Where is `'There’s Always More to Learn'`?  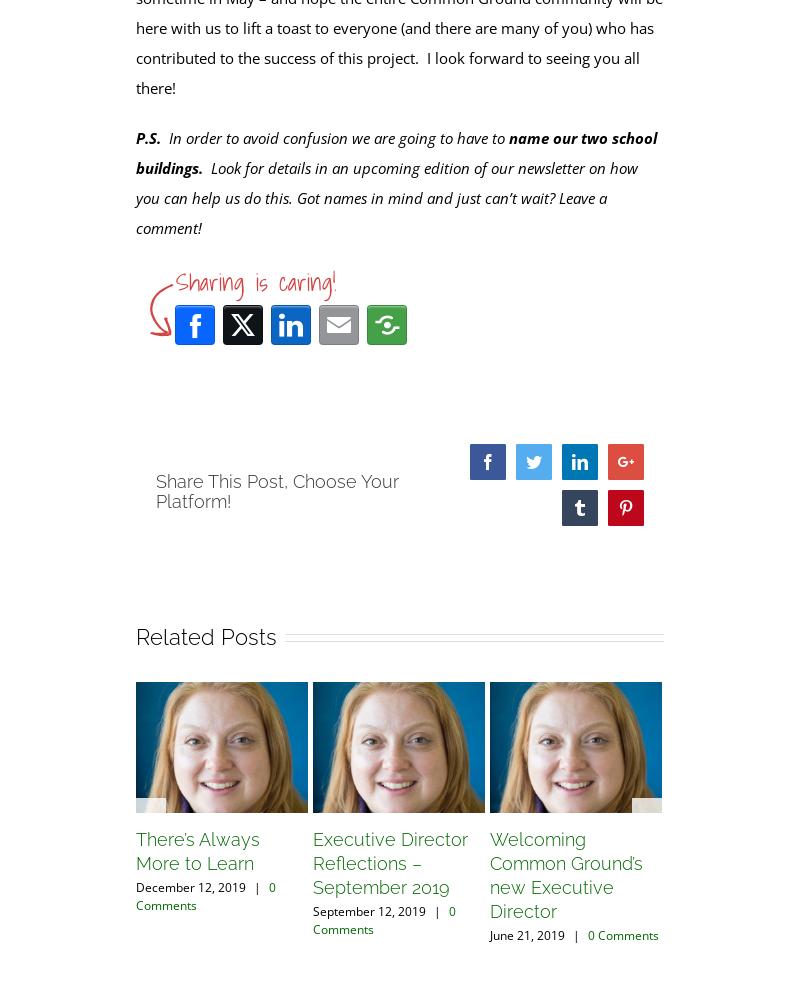 'There’s Always More to Learn' is located at coordinates (197, 851).